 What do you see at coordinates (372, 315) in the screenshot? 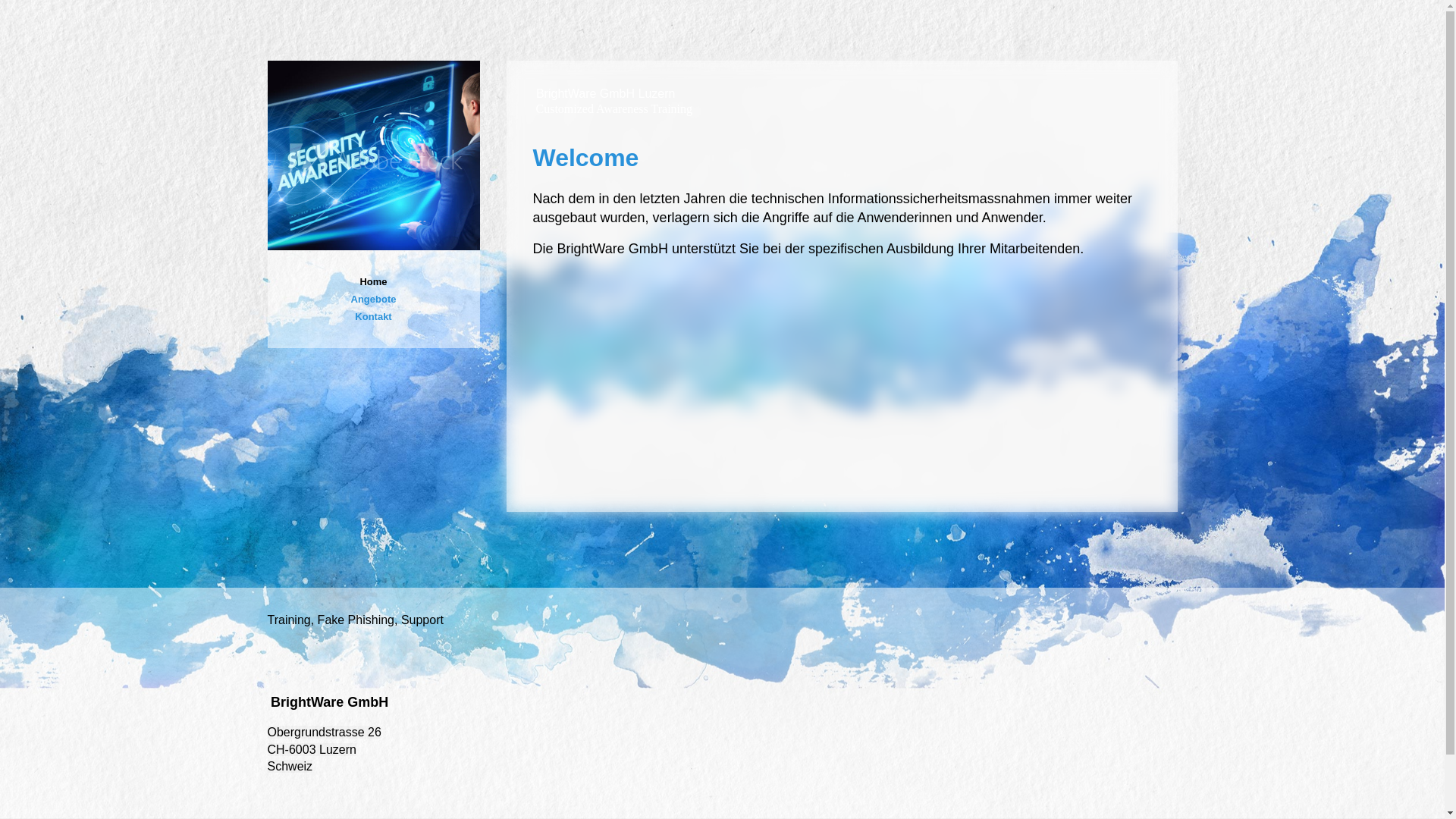
I see `'Kontakt'` at bounding box center [372, 315].